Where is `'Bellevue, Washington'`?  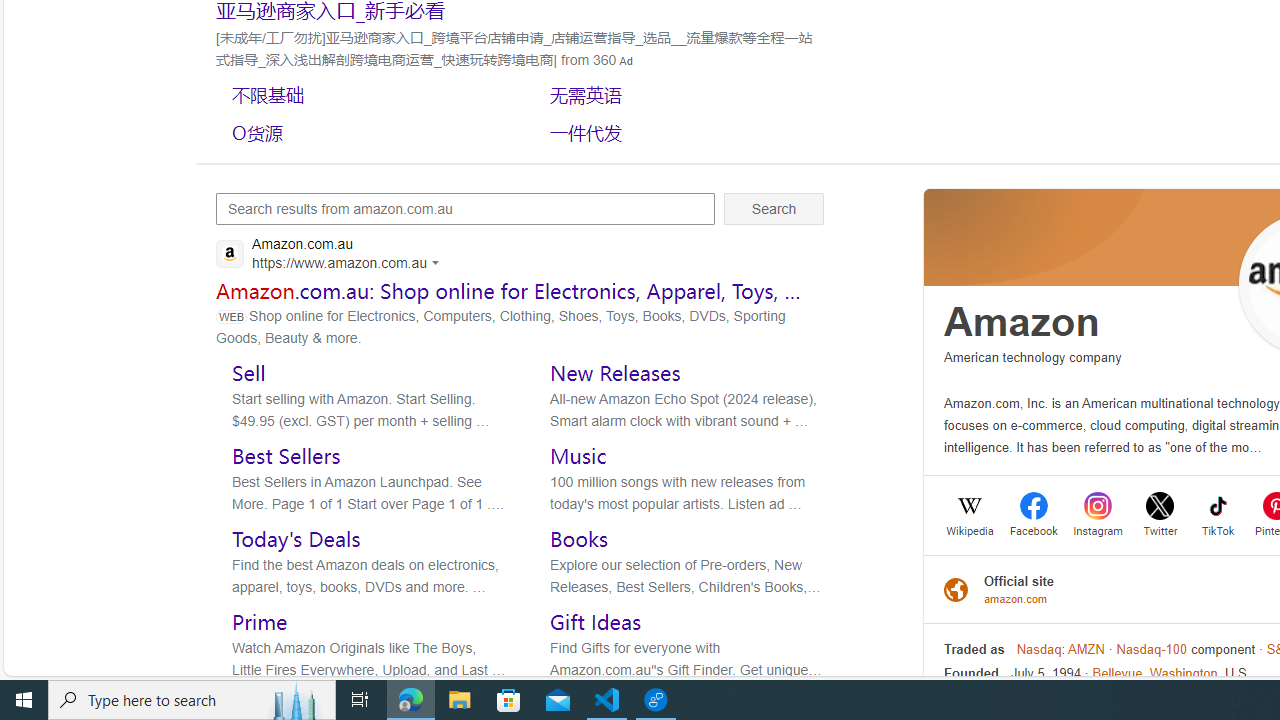 'Bellevue, Washington' is located at coordinates (1155, 673).